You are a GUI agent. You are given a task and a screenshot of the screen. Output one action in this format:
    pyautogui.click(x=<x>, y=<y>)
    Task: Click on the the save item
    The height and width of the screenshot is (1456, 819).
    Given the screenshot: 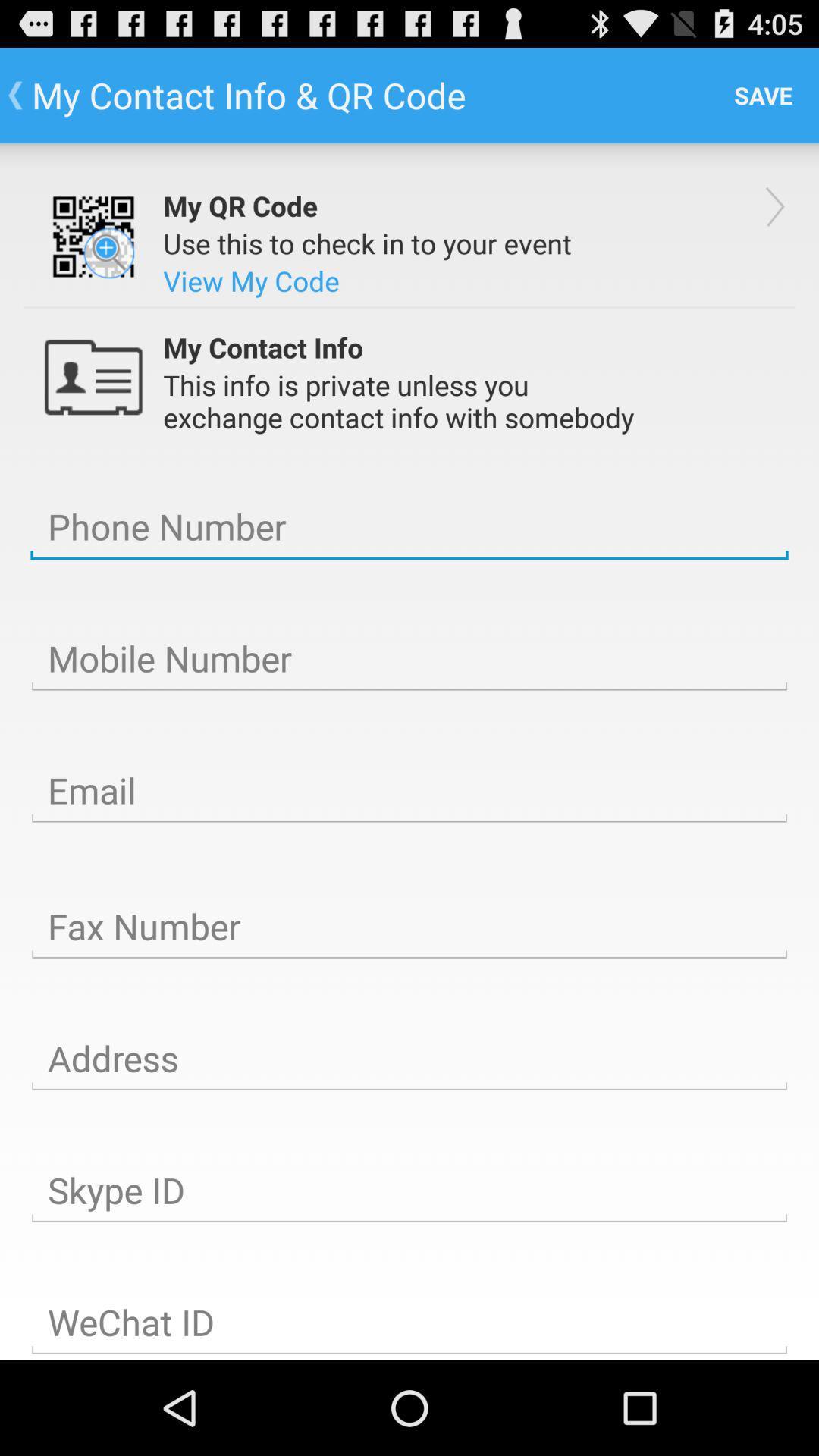 What is the action you would take?
    pyautogui.click(x=763, y=94)
    